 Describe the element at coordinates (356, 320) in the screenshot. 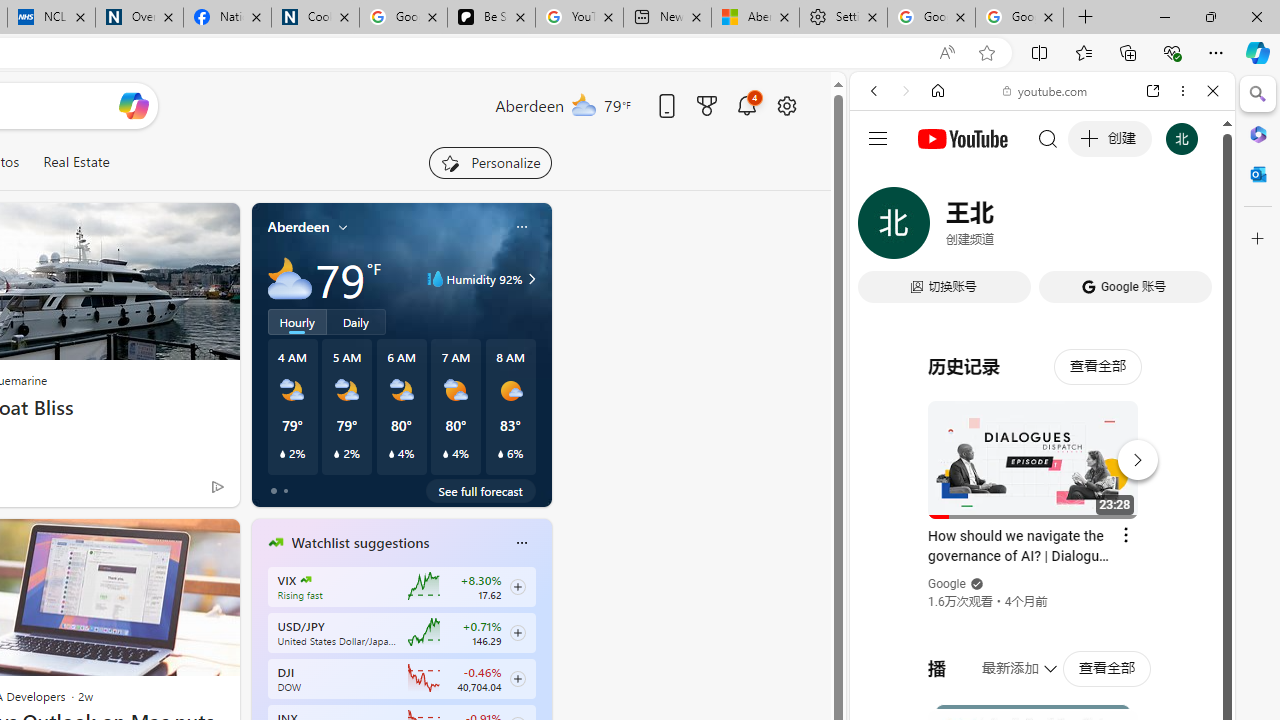

I see `'Daily'` at that location.